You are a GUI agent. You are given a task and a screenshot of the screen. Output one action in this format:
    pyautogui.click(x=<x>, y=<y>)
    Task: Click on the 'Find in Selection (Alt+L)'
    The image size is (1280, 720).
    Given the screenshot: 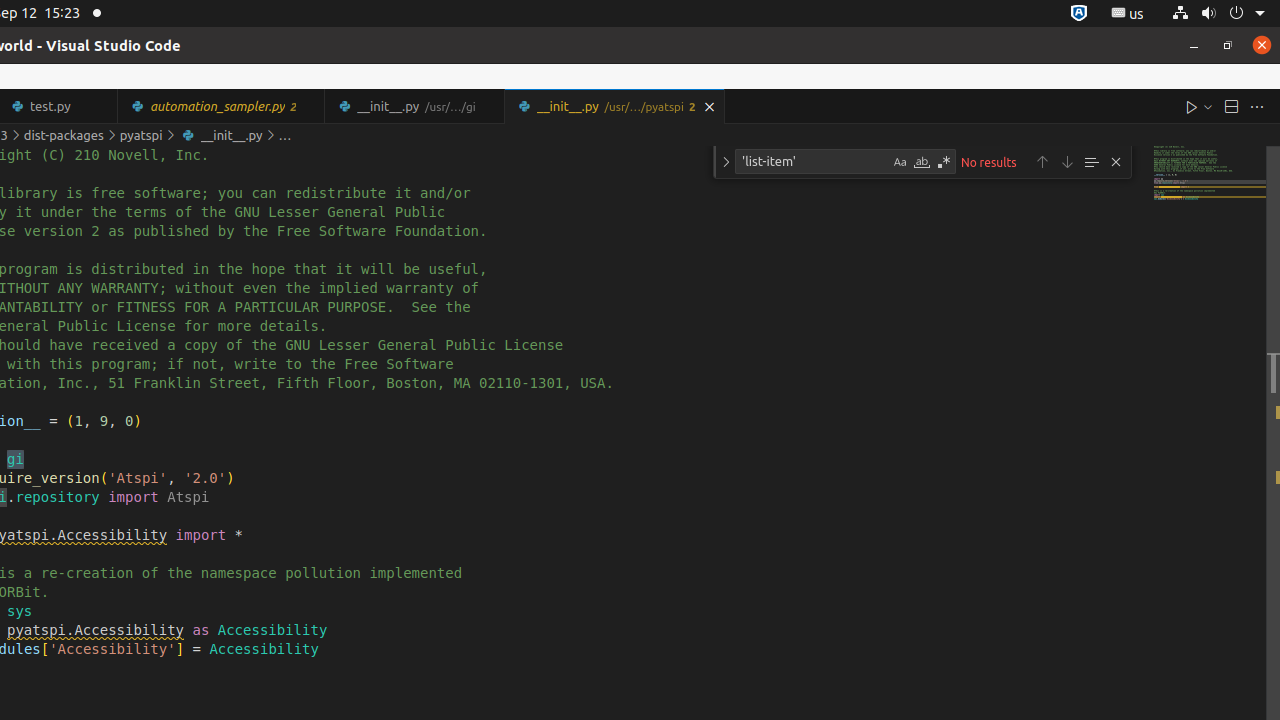 What is the action you would take?
    pyautogui.click(x=1089, y=160)
    